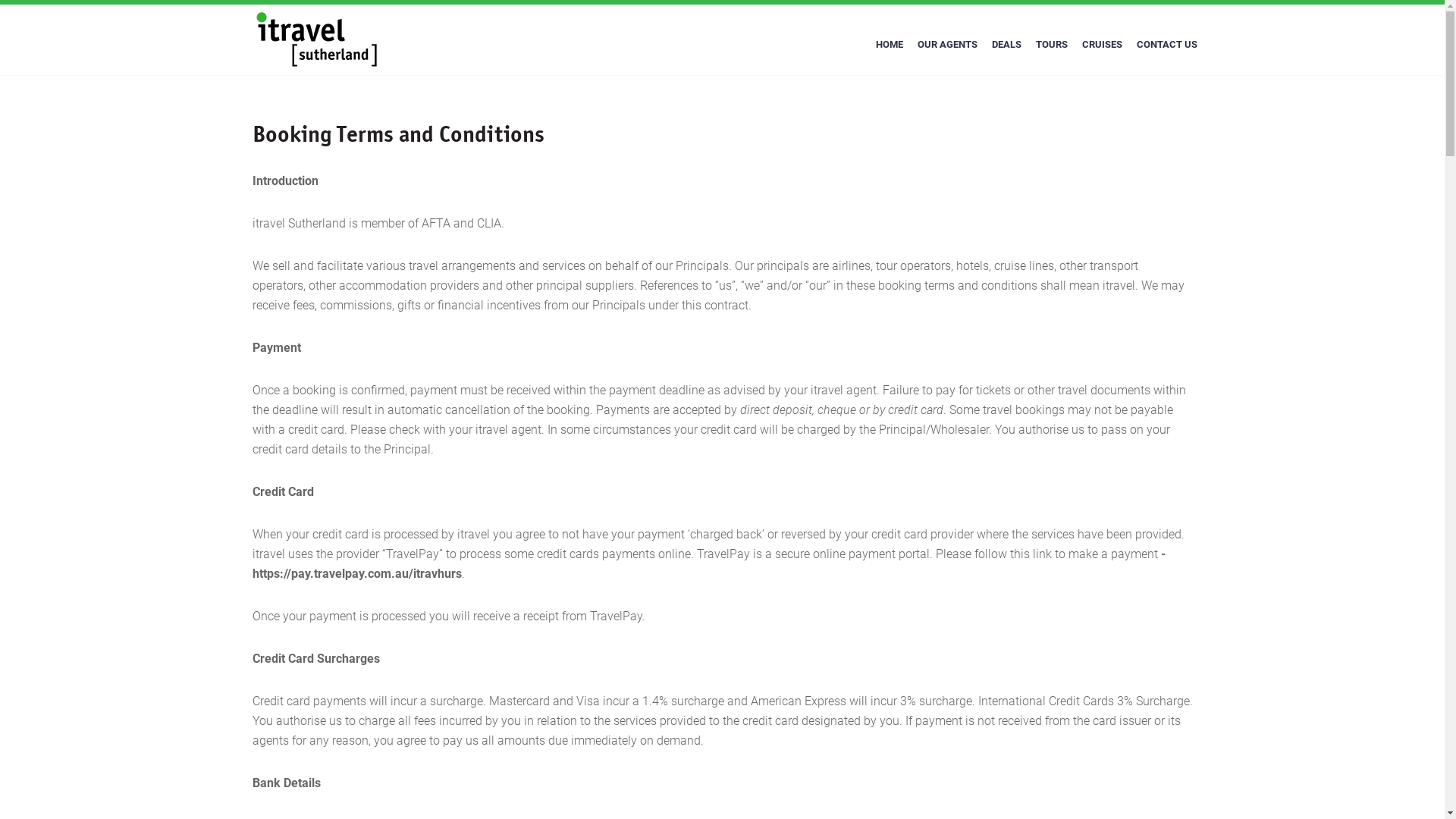 The image size is (1456, 819). Describe the element at coordinates (1050, 43) in the screenshot. I see `'TOURS'` at that location.